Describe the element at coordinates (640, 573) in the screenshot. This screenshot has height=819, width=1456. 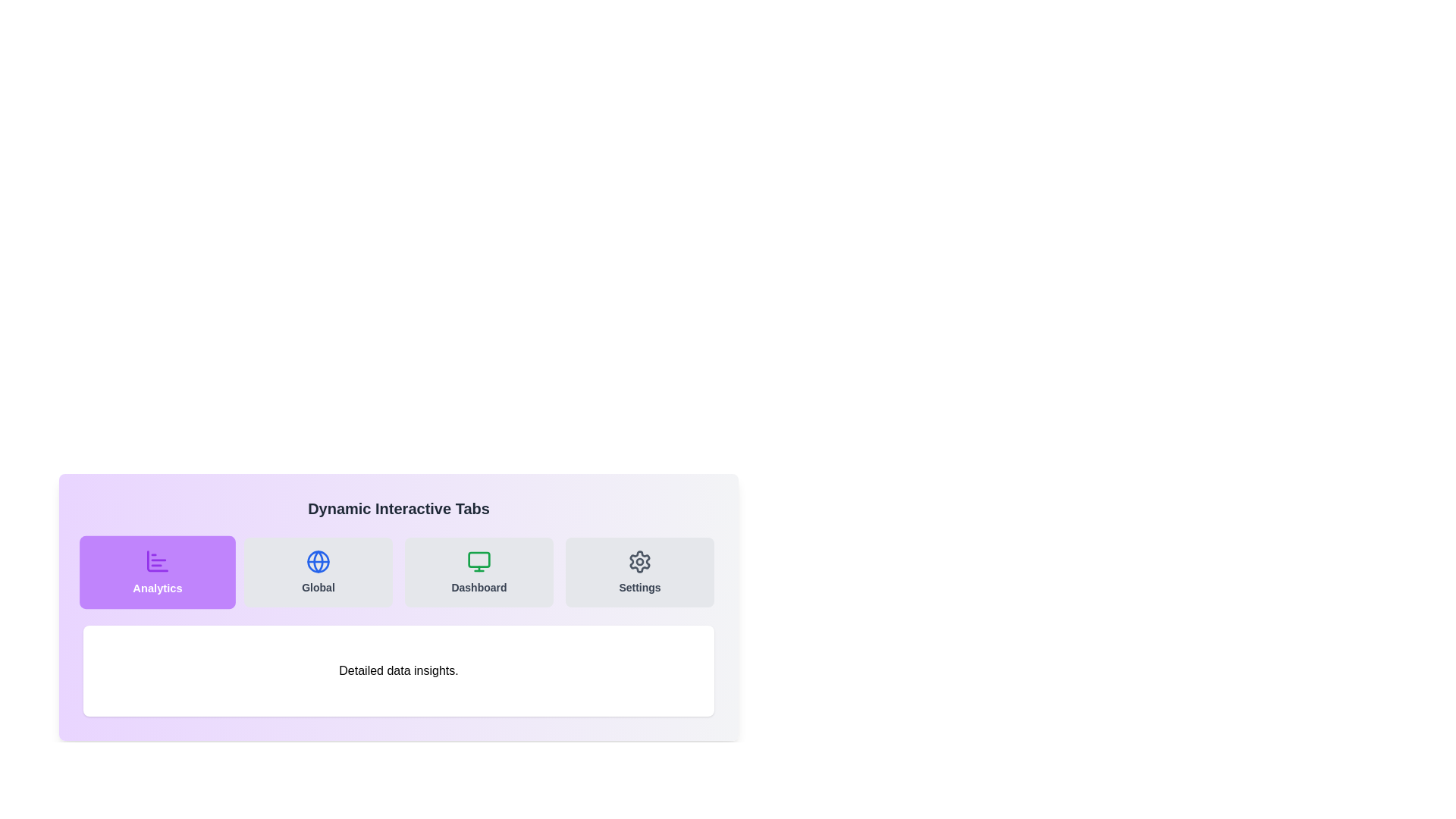
I see `the 'Settings' button, which is a rectangular button with a light gray background and a gear icon followed by the text 'Settings' in bold gray font, to trigger visual feedback` at that location.